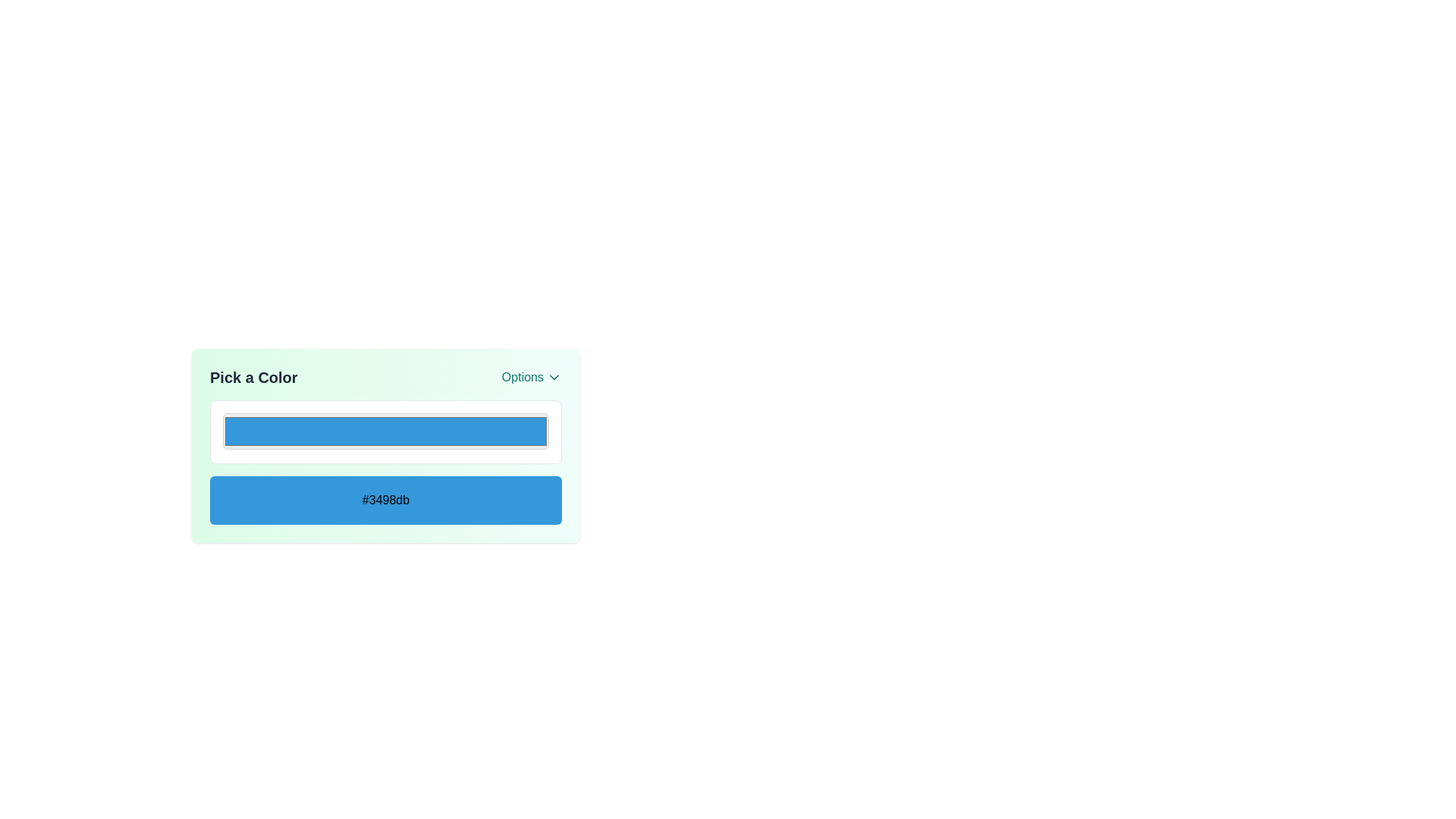  I want to click on the color input field located centrally within the 'Pick a Color' card-like area to change the color value, so click(385, 444).